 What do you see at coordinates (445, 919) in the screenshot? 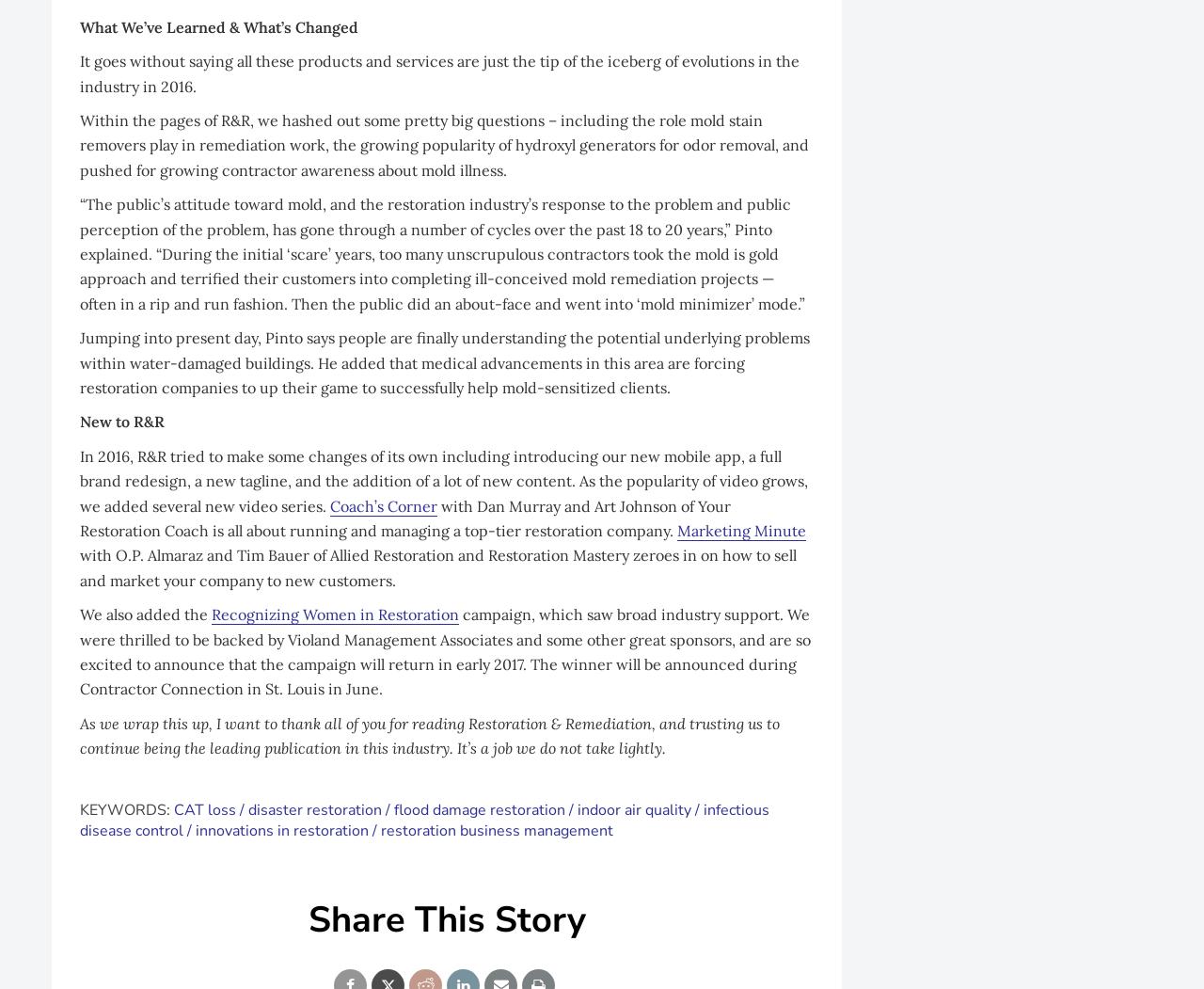
I see `'Share This Story'` at bounding box center [445, 919].